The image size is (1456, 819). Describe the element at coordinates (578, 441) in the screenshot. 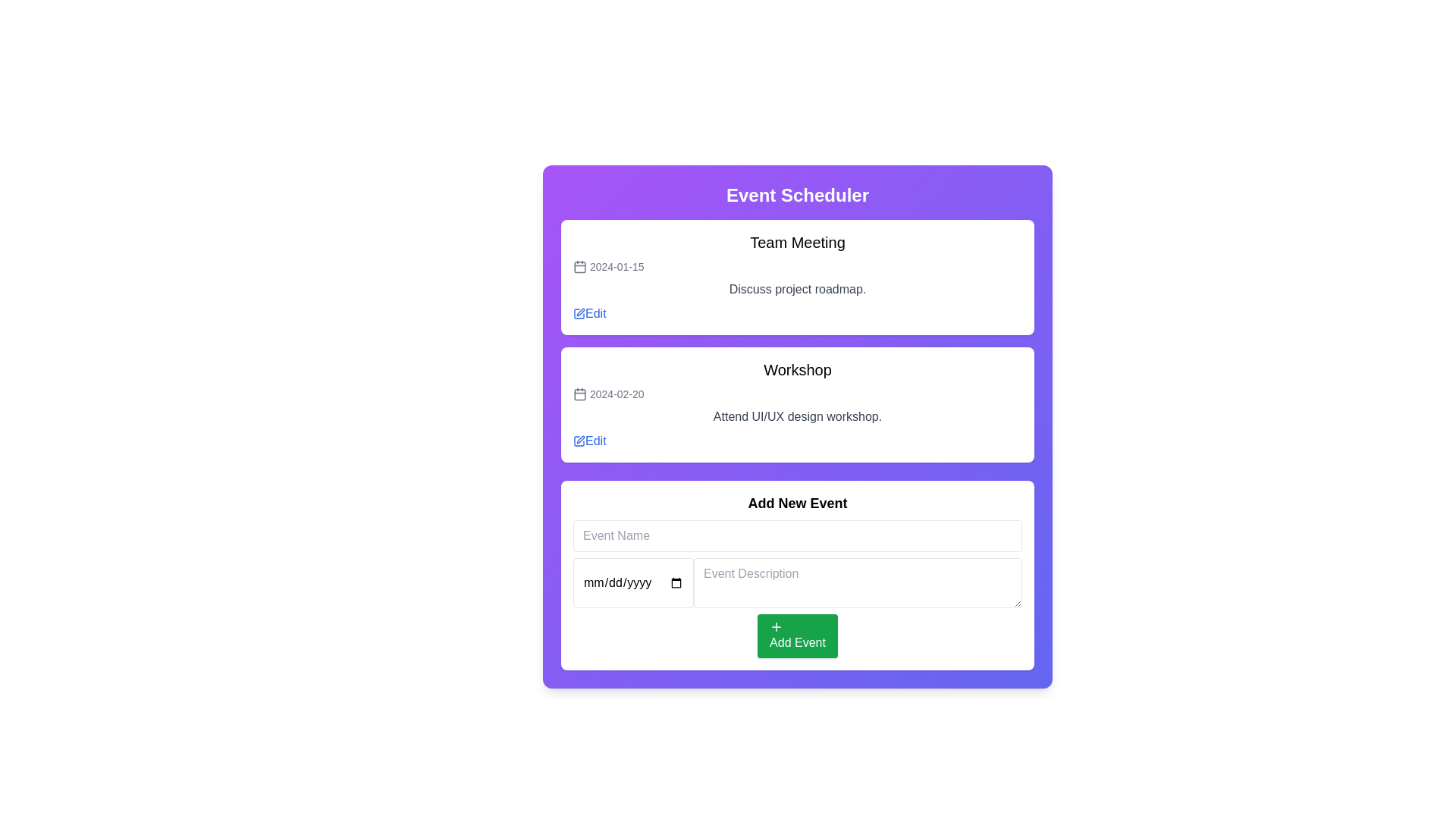

I see `the 'Edit' button icon for the 'Workshop' event, which allows users to modify event details` at that location.